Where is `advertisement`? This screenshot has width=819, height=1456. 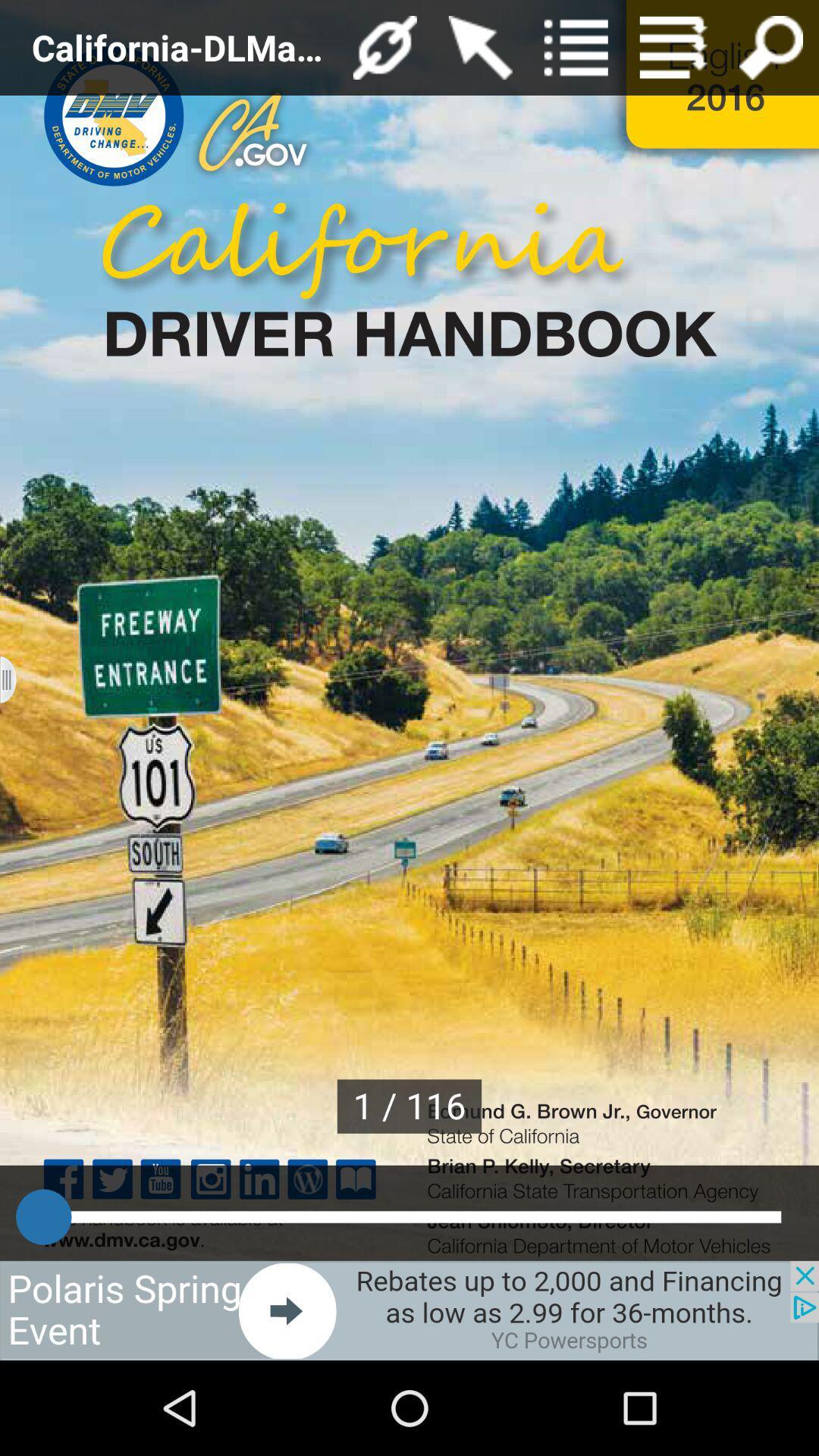
advertisement is located at coordinates (409, 1310).